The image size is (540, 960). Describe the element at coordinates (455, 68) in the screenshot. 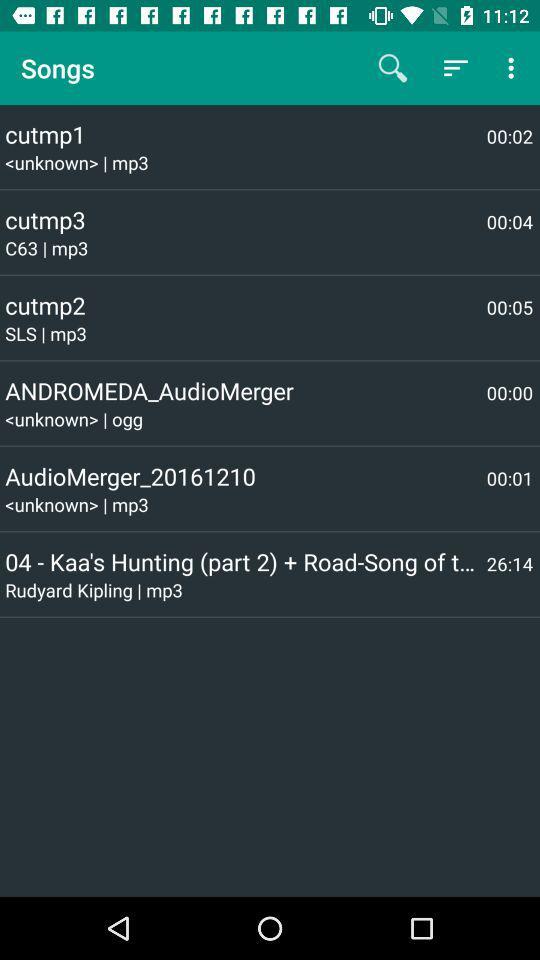

I see `item above the cutmp1 item` at that location.